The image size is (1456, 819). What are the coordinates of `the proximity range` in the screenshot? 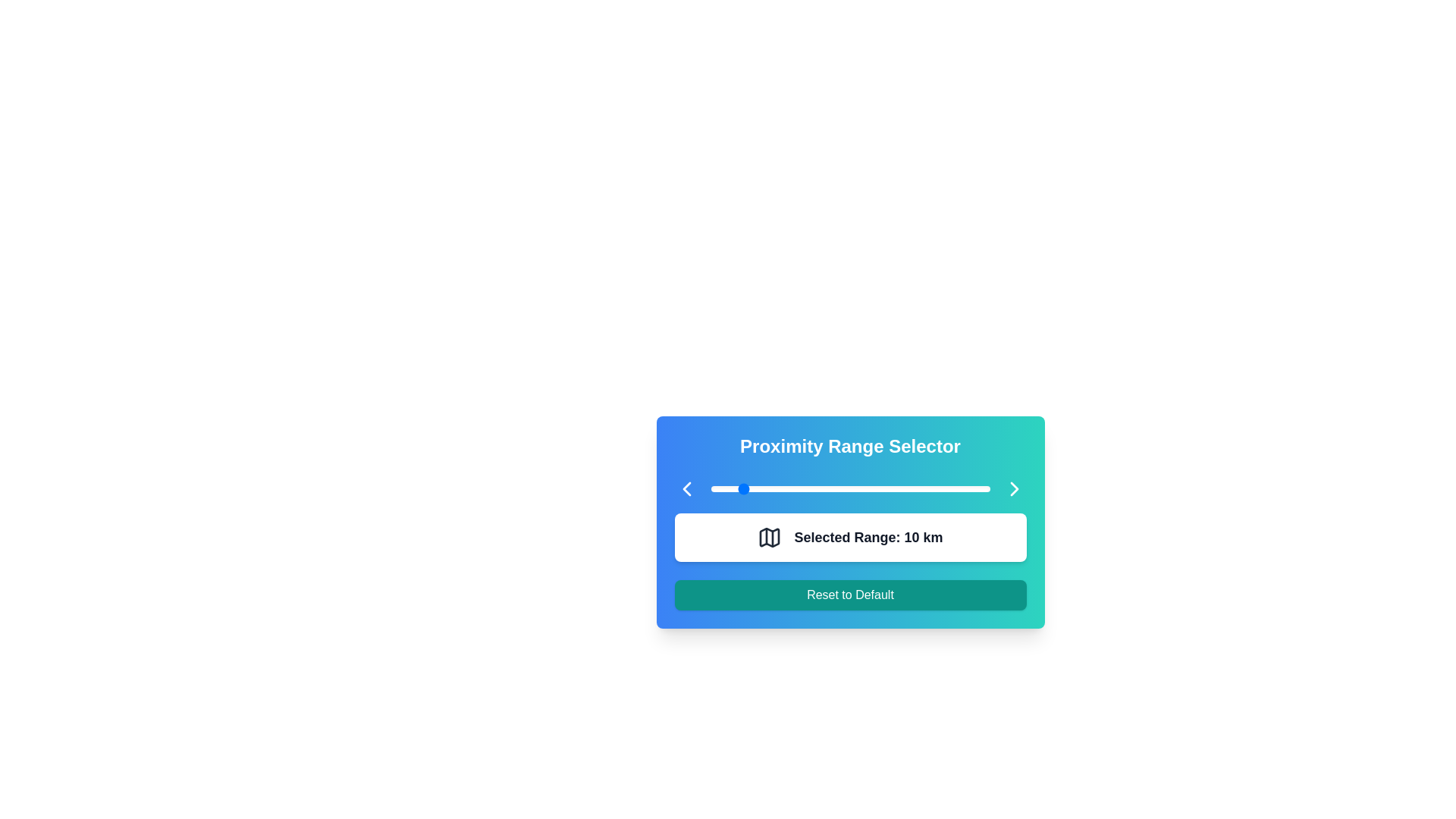 It's located at (930, 488).